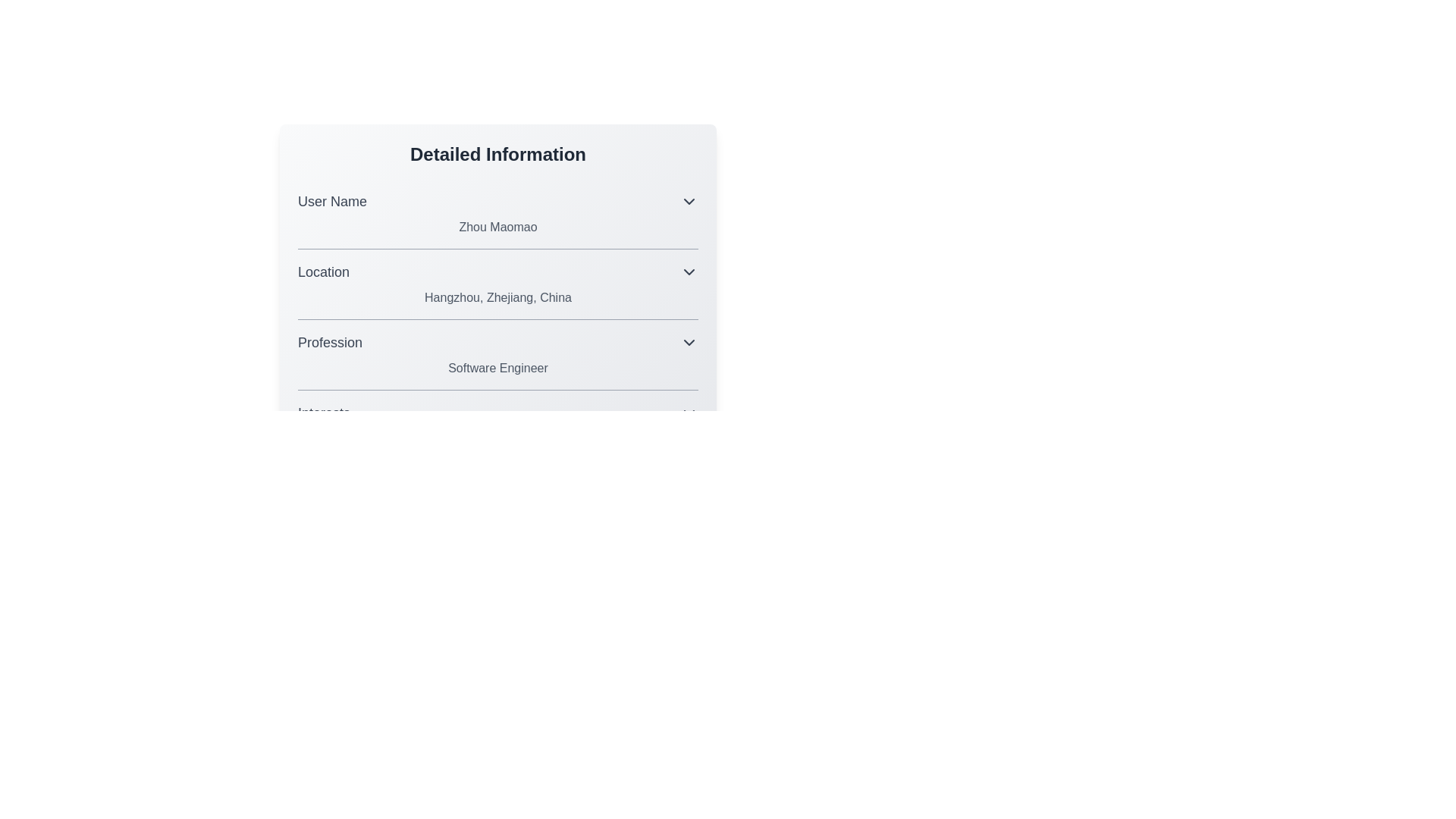 The height and width of the screenshot is (819, 1456). Describe the element at coordinates (688, 413) in the screenshot. I see `the downward chevron icon located at the far right of the 'Interests' section header` at that location.